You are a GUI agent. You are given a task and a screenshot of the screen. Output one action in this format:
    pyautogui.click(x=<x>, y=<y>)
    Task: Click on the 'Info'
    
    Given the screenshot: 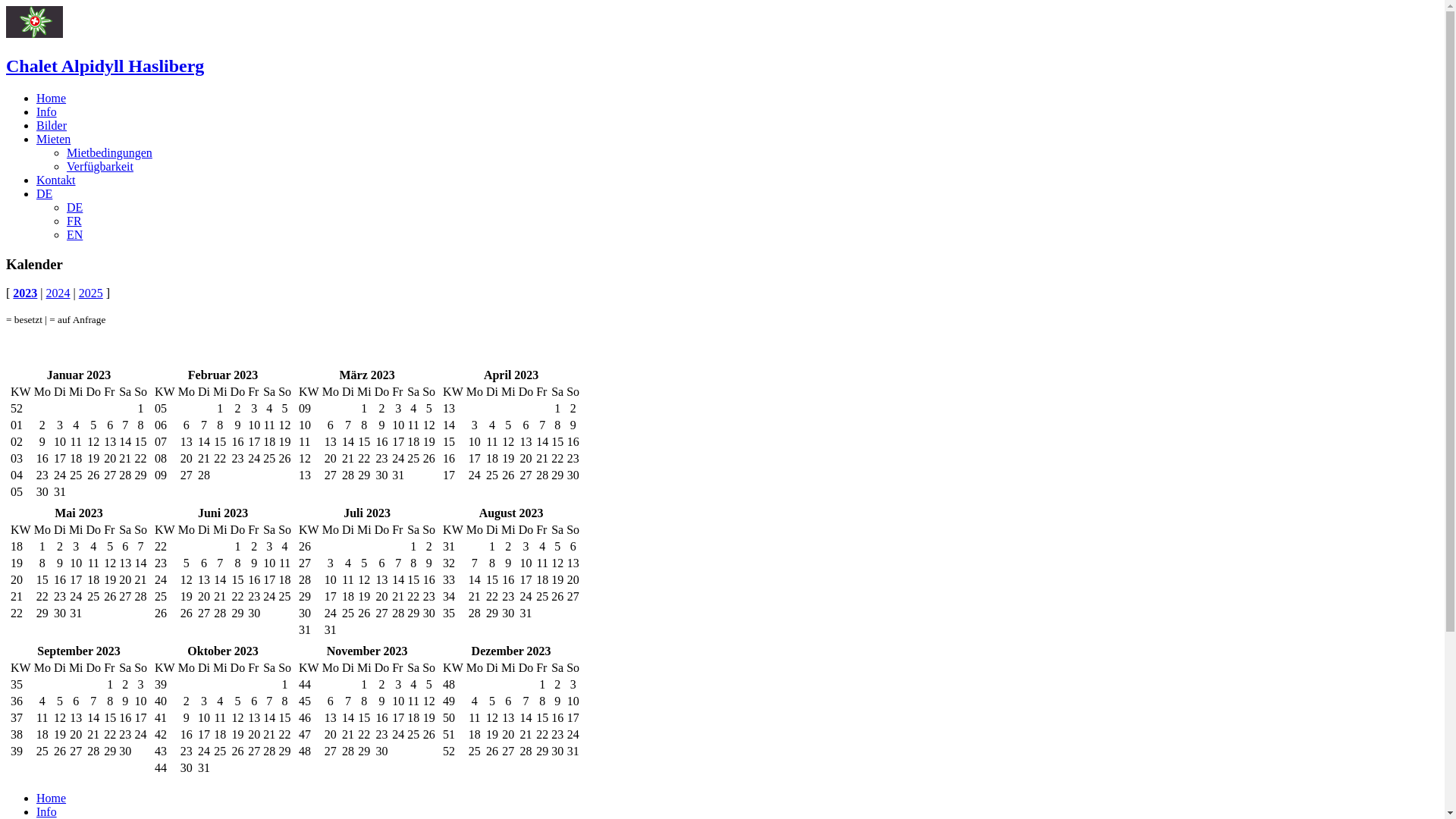 What is the action you would take?
    pyautogui.click(x=46, y=811)
    